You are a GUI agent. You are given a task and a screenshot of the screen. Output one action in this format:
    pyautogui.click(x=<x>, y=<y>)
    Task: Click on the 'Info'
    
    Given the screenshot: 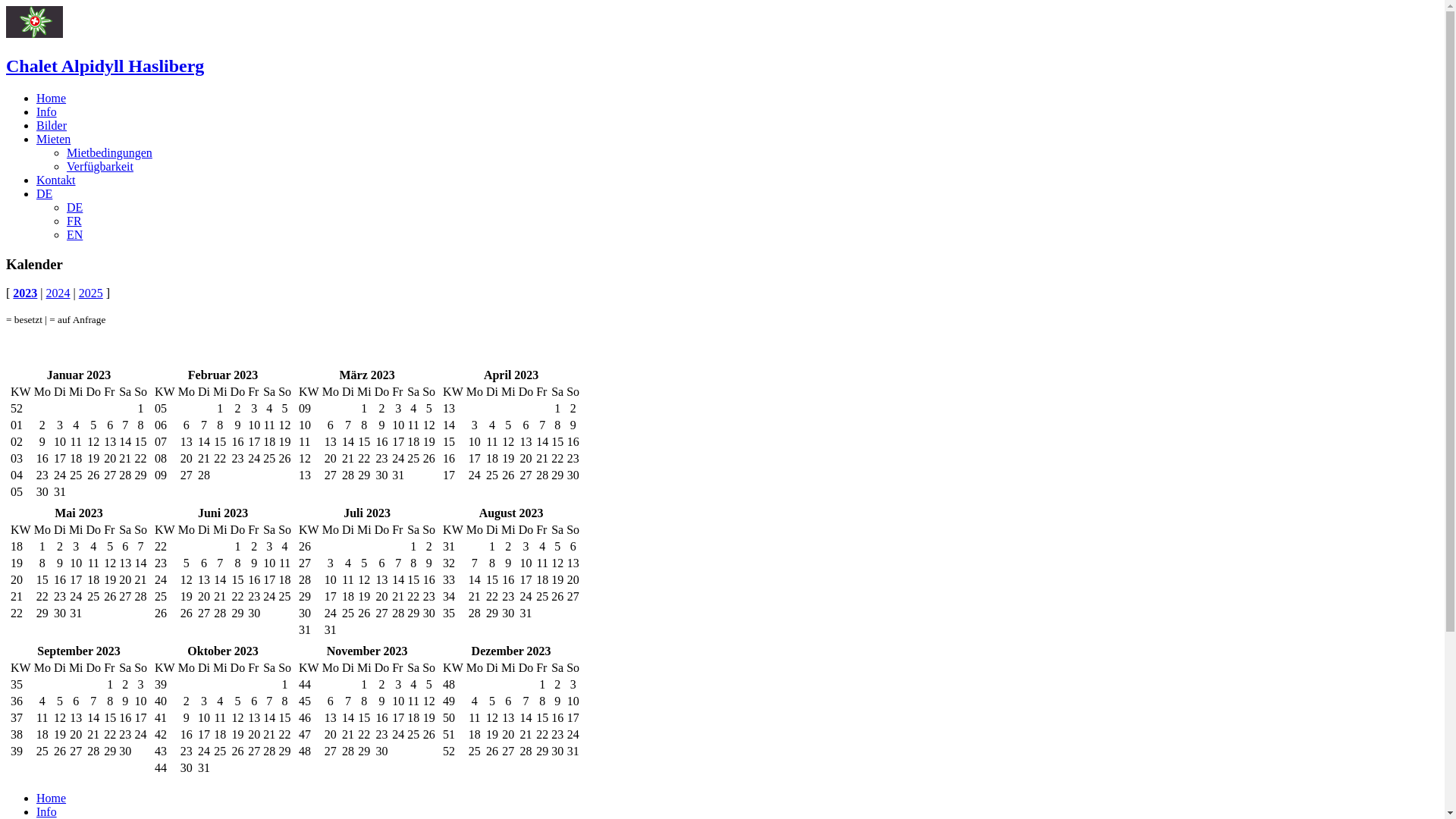 What is the action you would take?
    pyautogui.click(x=46, y=811)
    